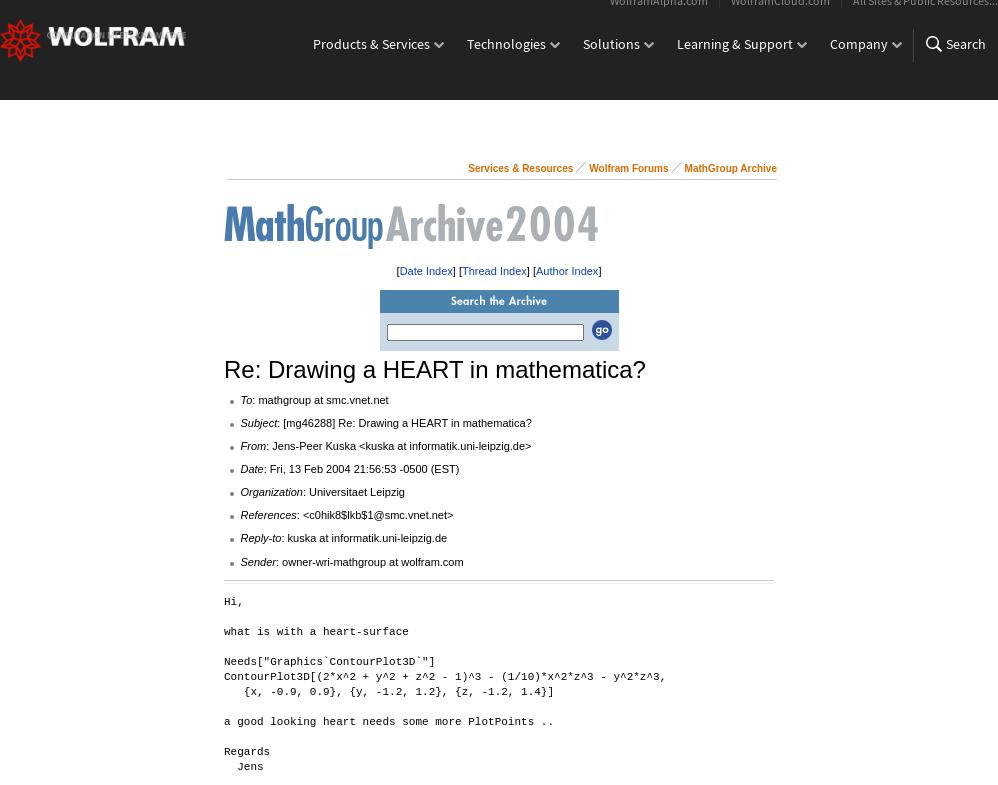 The width and height of the screenshot is (998, 785). Describe the element at coordinates (925, 12) in the screenshot. I see `'All Sites & Public Resources...'` at that location.